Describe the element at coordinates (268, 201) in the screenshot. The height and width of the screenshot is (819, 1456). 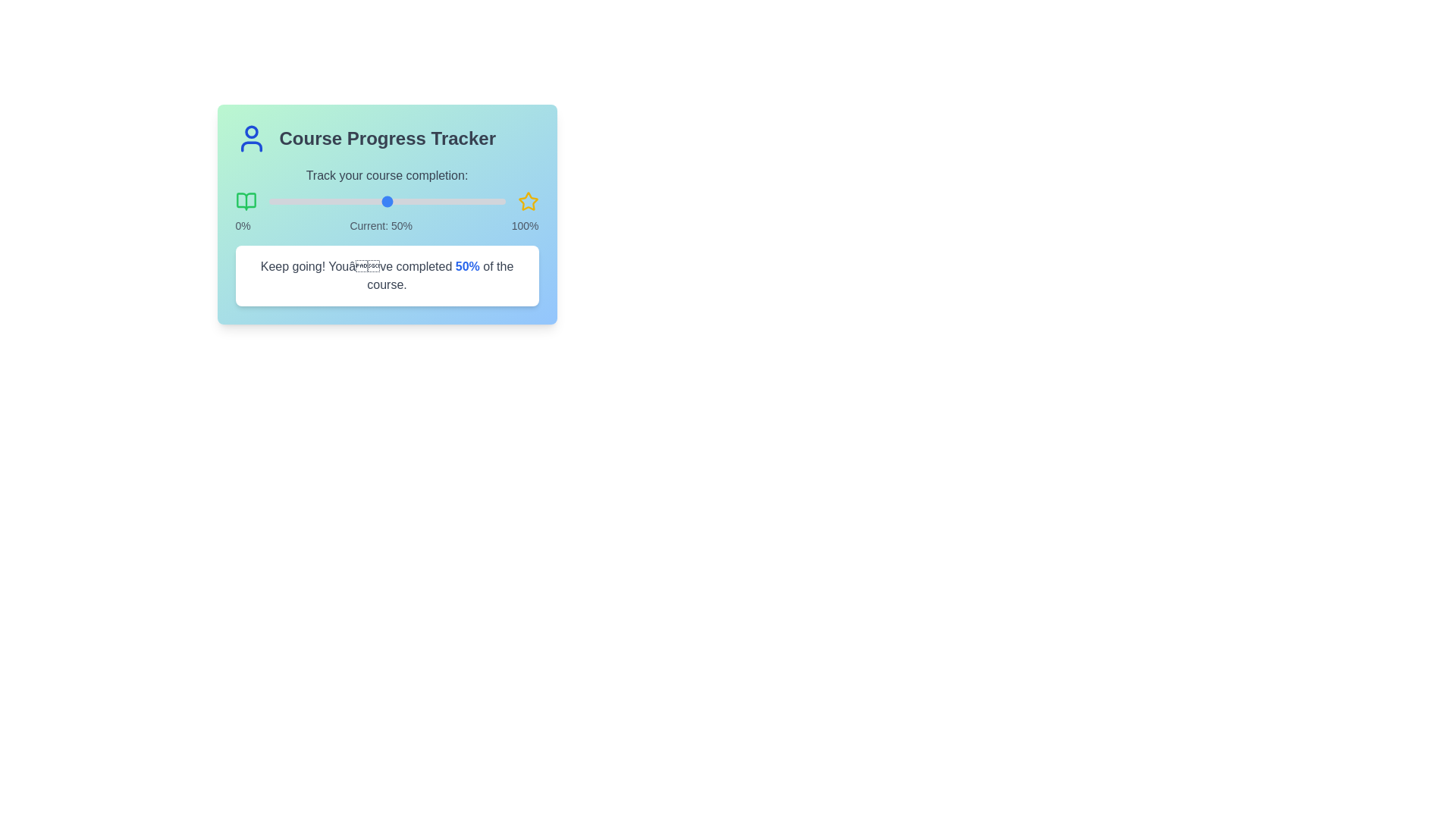
I see `the progress slider to 0% completion` at that location.